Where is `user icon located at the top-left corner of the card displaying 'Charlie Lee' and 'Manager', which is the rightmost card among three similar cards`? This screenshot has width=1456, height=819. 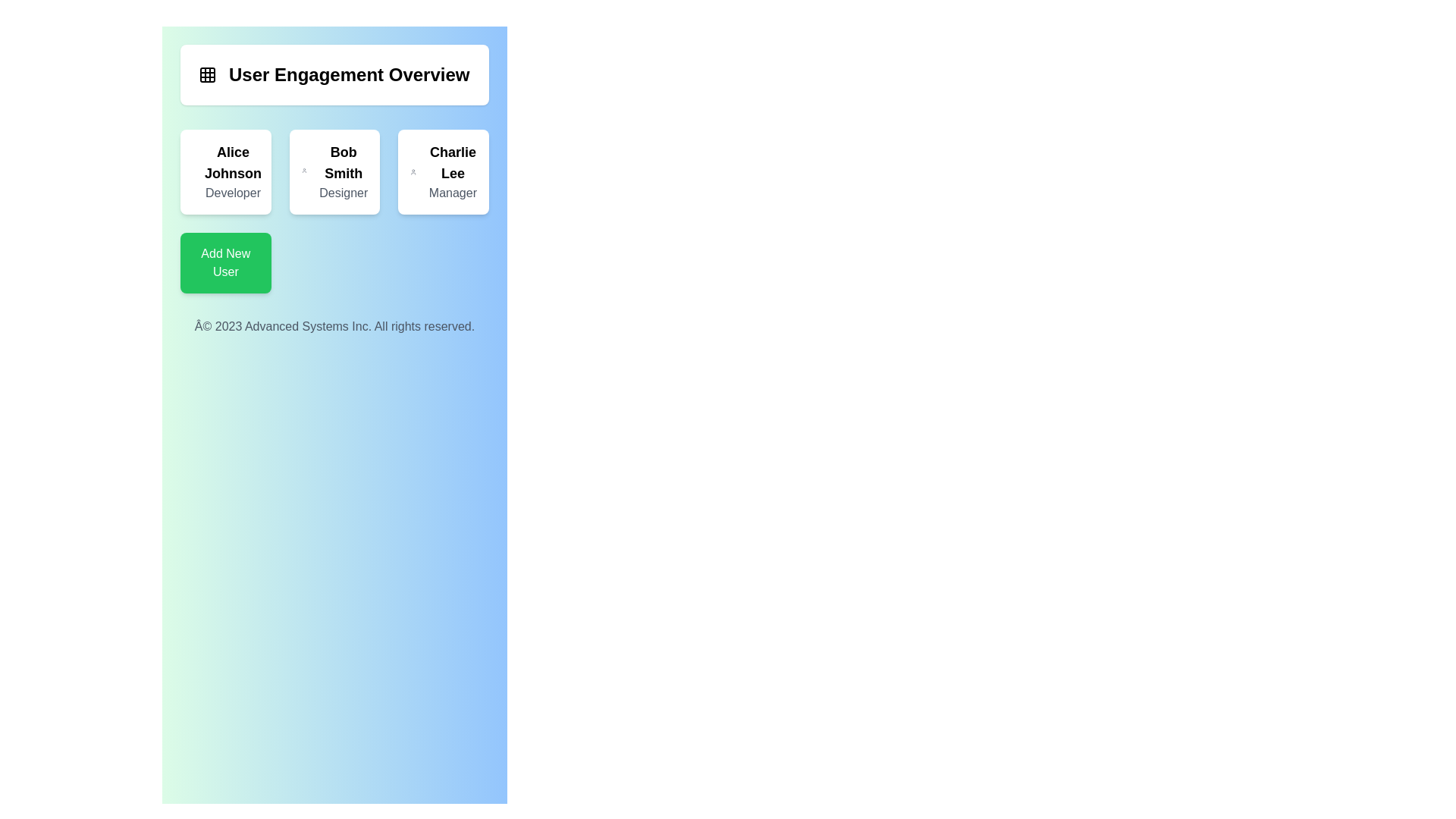 user icon located at the top-left corner of the card displaying 'Charlie Lee' and 'Manager', which is the rightmost card among three similar cards is located at coordinates (413, 171).